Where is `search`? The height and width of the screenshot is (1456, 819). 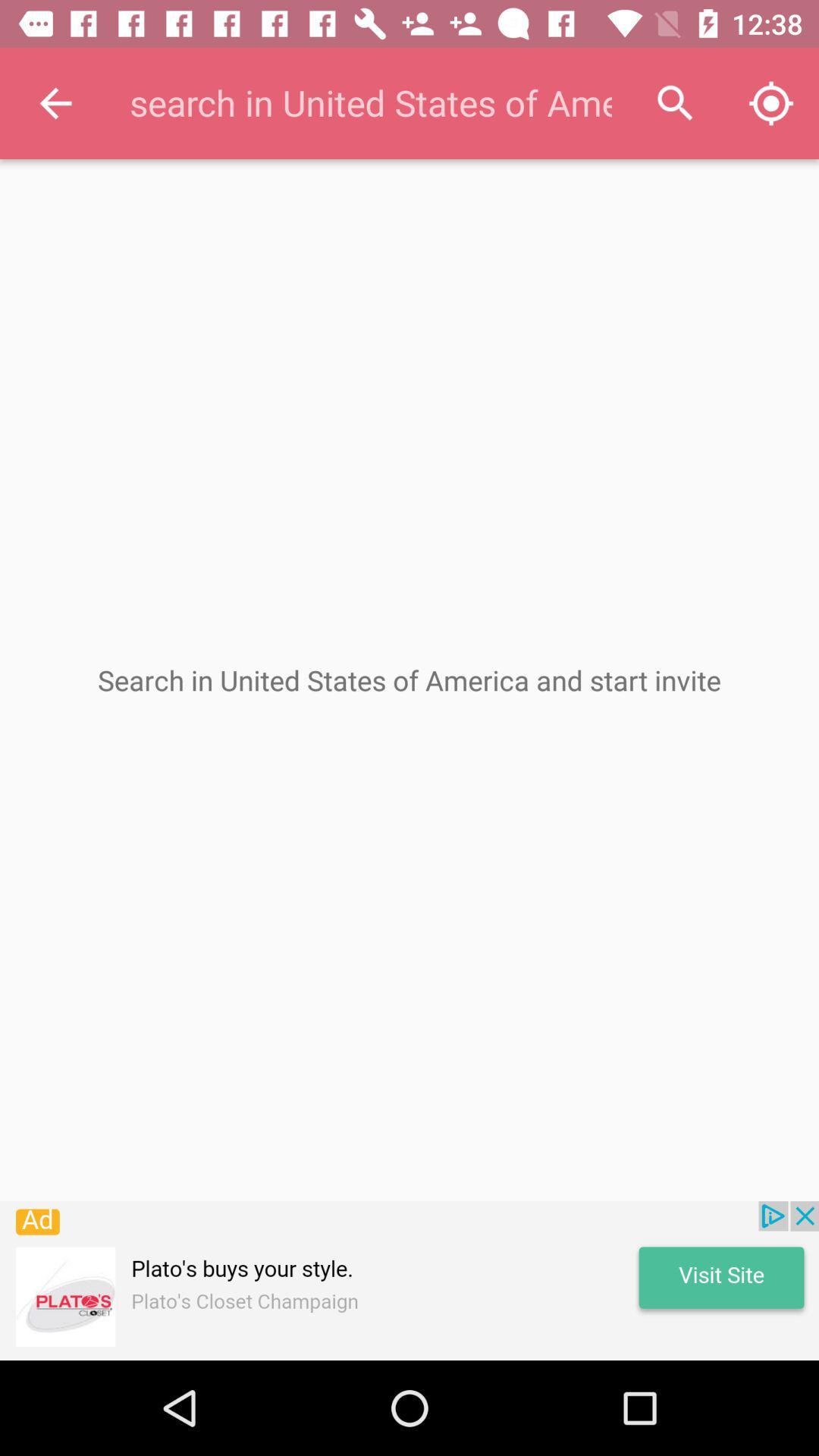 search is located at coordinates (369, 102).